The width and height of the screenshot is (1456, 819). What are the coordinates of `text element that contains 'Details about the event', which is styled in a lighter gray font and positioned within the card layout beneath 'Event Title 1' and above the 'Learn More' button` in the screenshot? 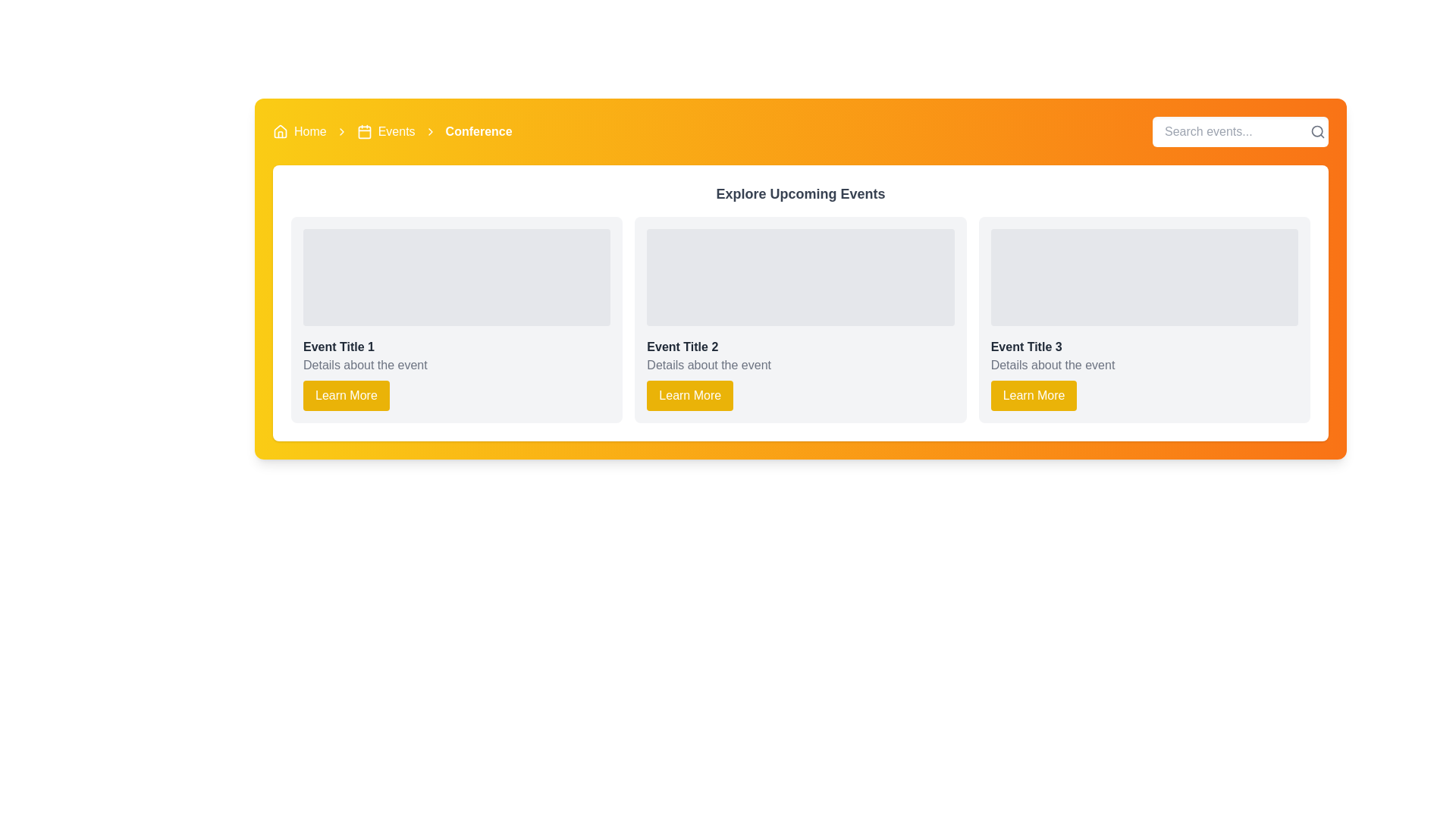 It's located at (365, 366).